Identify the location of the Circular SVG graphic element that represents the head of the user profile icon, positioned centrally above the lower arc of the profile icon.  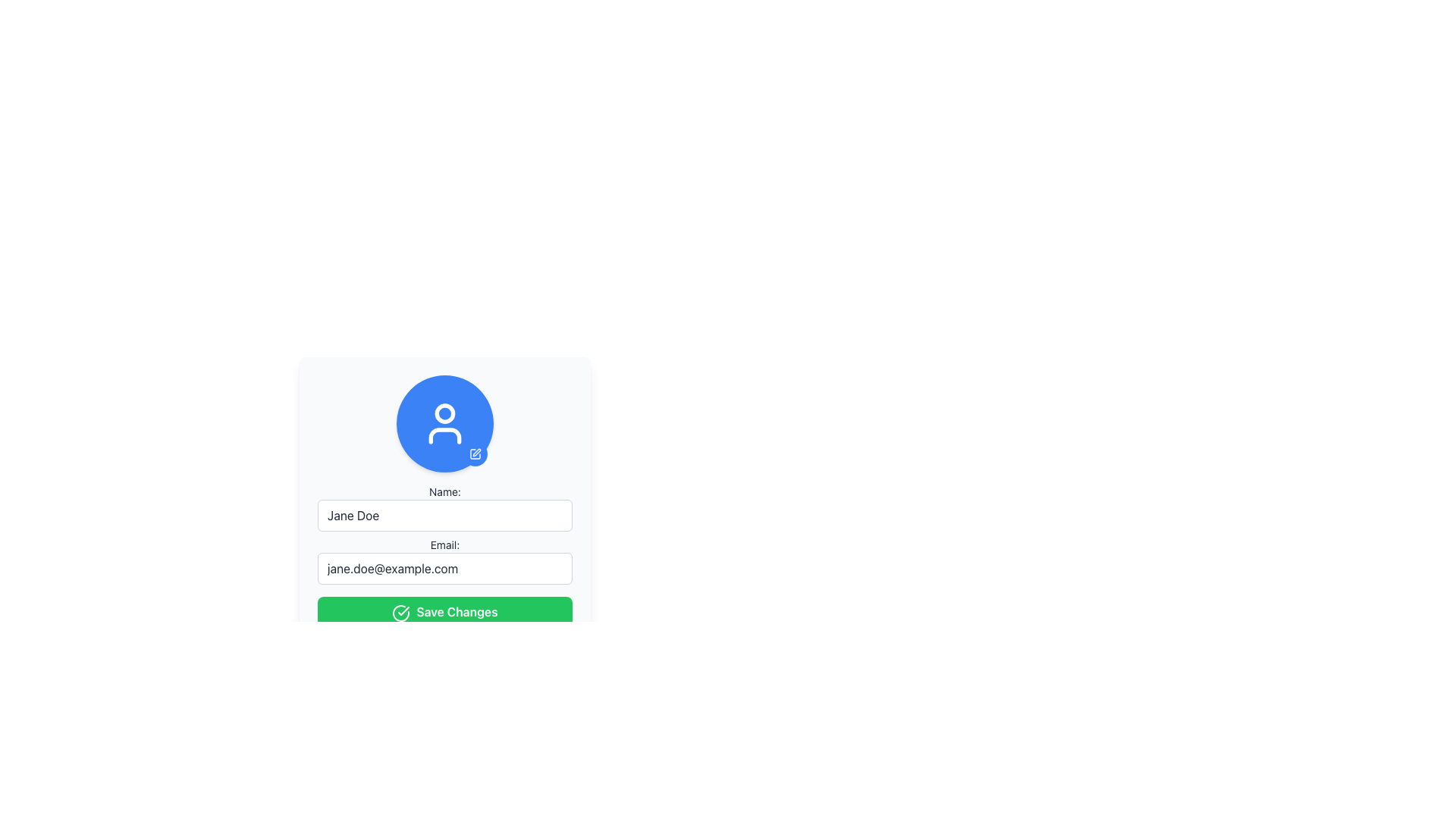
(444, 413).